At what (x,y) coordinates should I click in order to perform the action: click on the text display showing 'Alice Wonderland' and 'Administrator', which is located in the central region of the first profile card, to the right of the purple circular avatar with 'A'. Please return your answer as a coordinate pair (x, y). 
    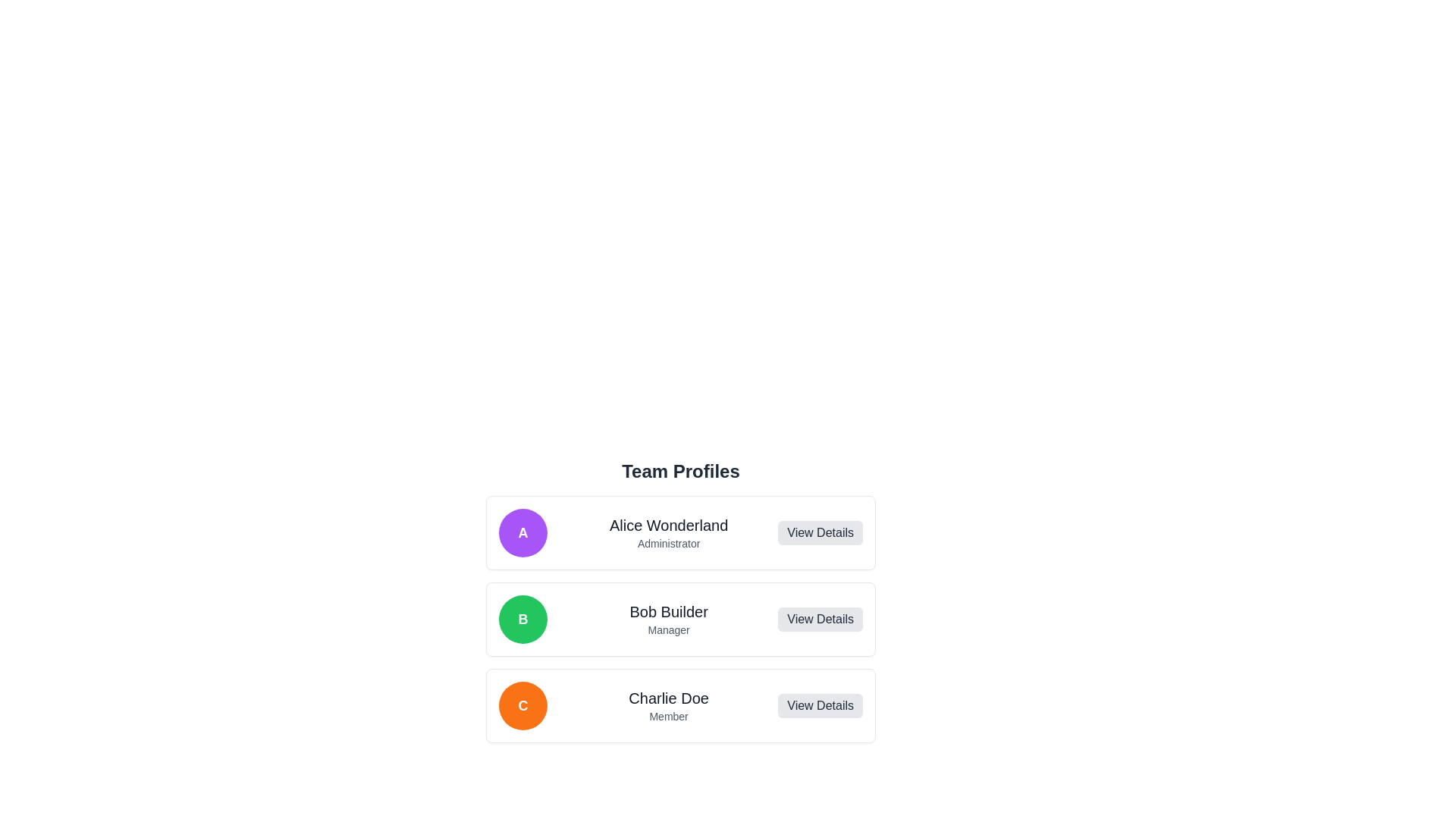
    Looking at the image, I should click on (668, 532).